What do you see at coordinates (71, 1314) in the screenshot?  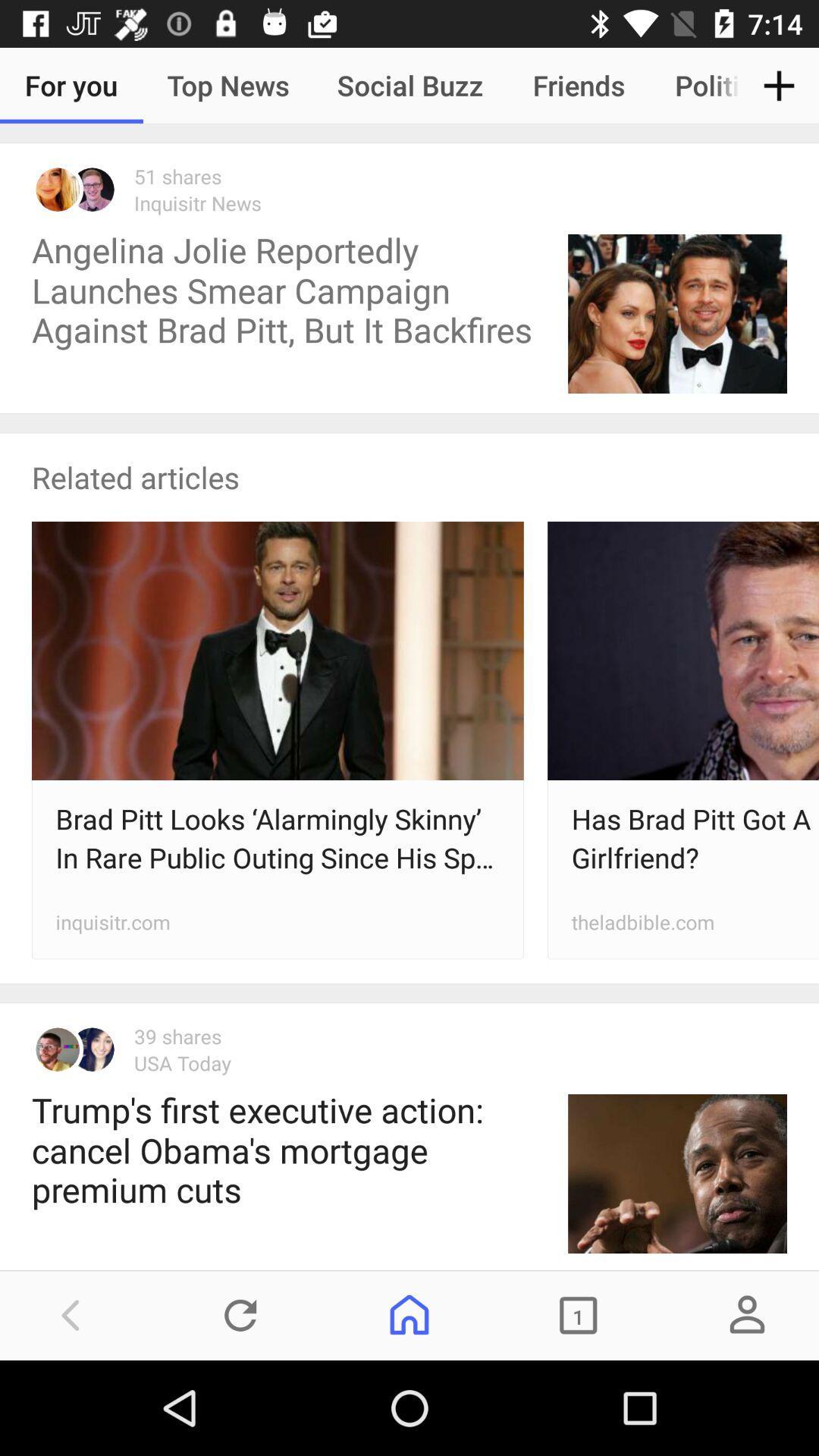 I see `the arrow_backward icon` at bounding box center [71, 1314].